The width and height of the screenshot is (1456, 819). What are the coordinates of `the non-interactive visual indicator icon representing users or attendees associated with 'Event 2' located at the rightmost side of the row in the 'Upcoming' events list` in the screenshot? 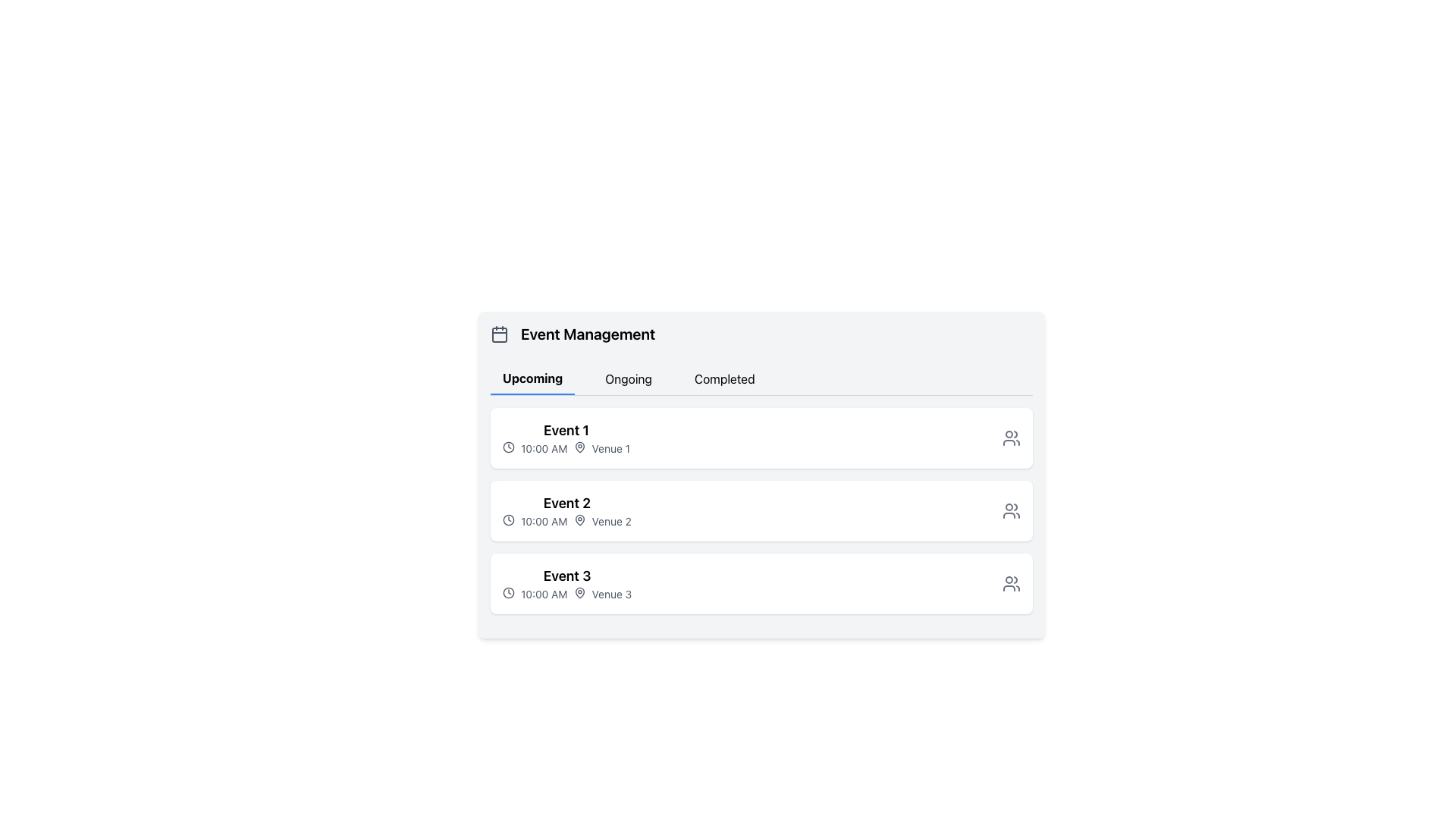 It's located at (1012, 511).